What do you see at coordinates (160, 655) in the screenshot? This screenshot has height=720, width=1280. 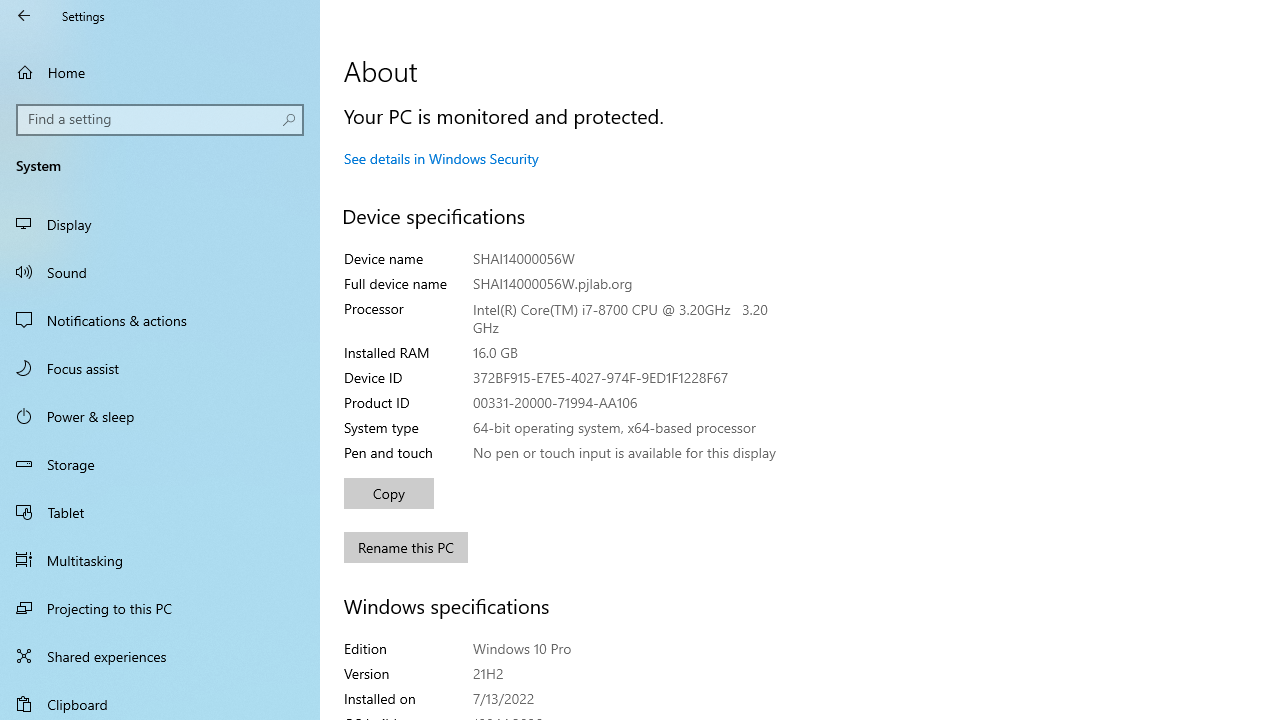 I see `'Shared experiences'` at bounding box center [160, 655].